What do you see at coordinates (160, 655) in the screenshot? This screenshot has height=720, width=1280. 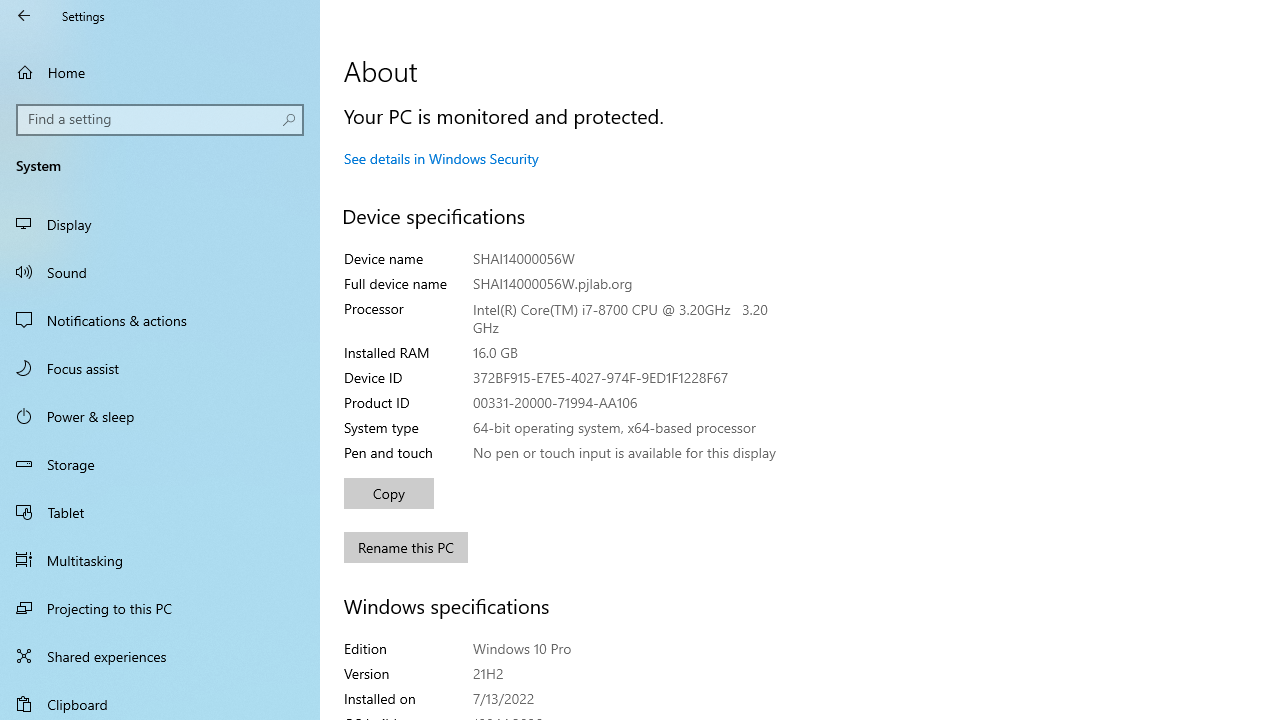 I see `'Shared experiences'` at bounding box center [160, 655].